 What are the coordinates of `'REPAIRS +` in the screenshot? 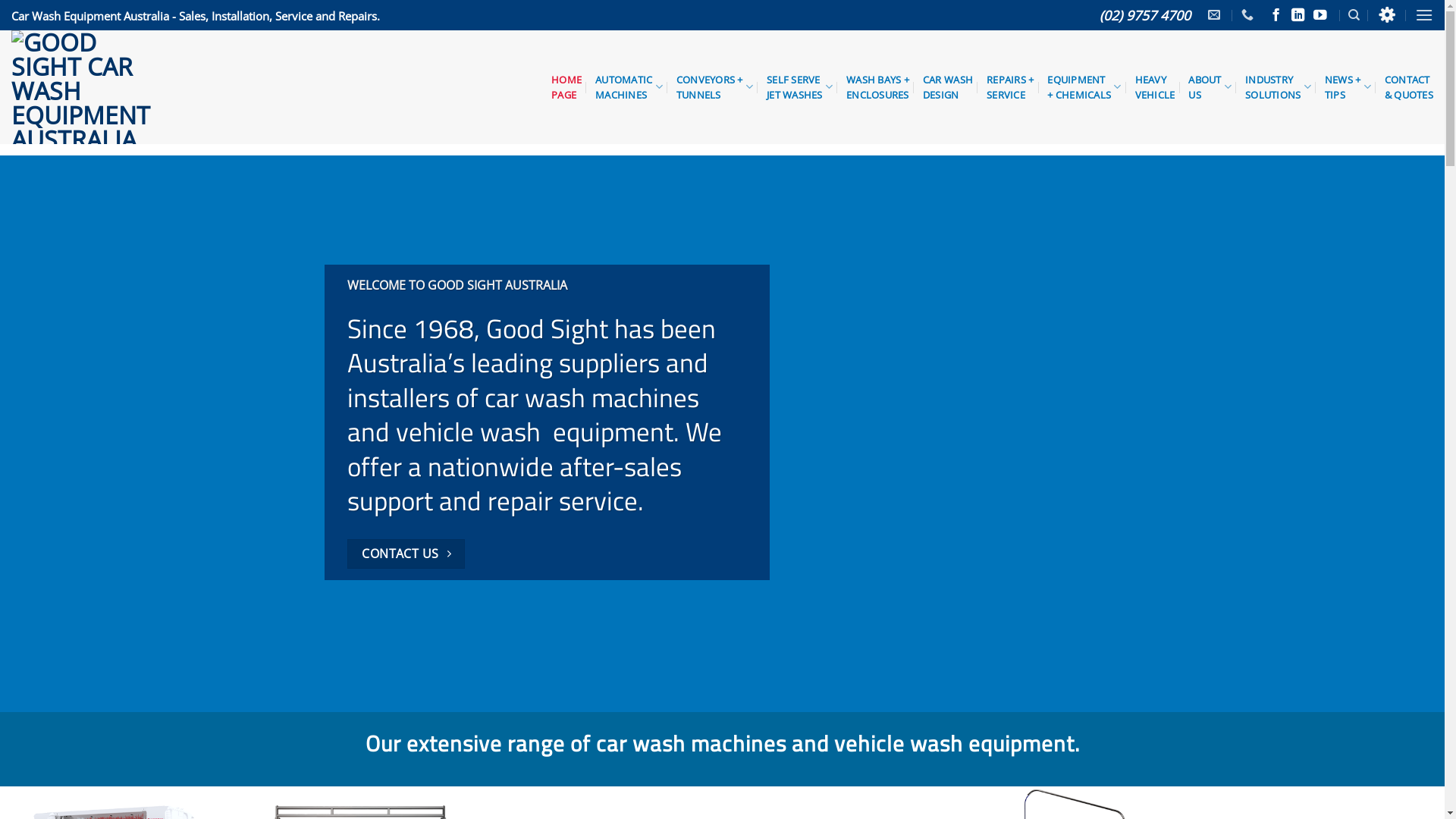 It's located at (1009, 87).